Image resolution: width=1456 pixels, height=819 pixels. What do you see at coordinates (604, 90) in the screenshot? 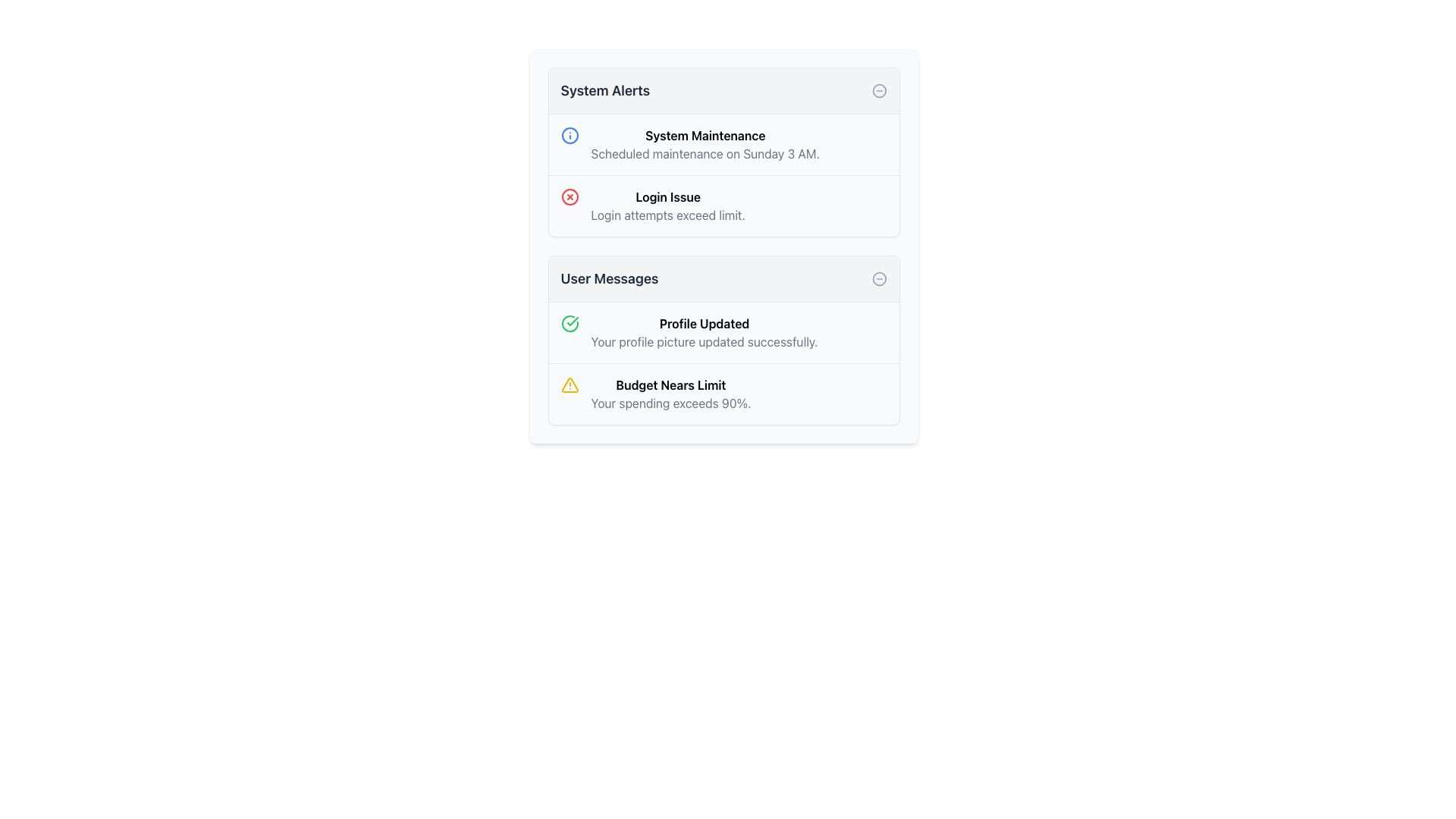
I see `the text label displaying 'System Alerts' in bold font and dark gray color, positioned in the header of the section` at bounding box center [604, 90].